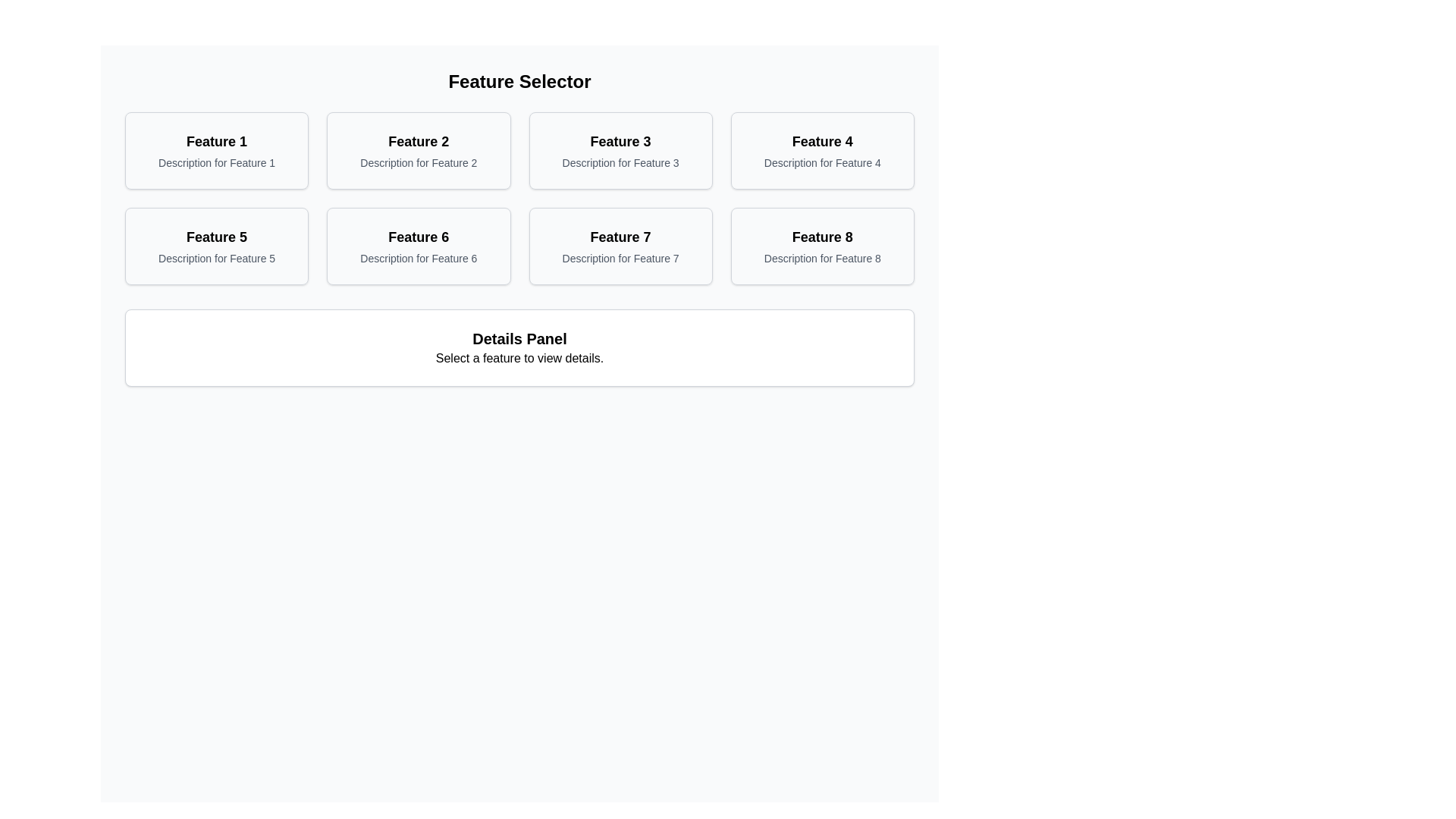  I want to click on text from the Feature Card located in the second position of the first row, which provides a summary of the feature, so click(419, 151).